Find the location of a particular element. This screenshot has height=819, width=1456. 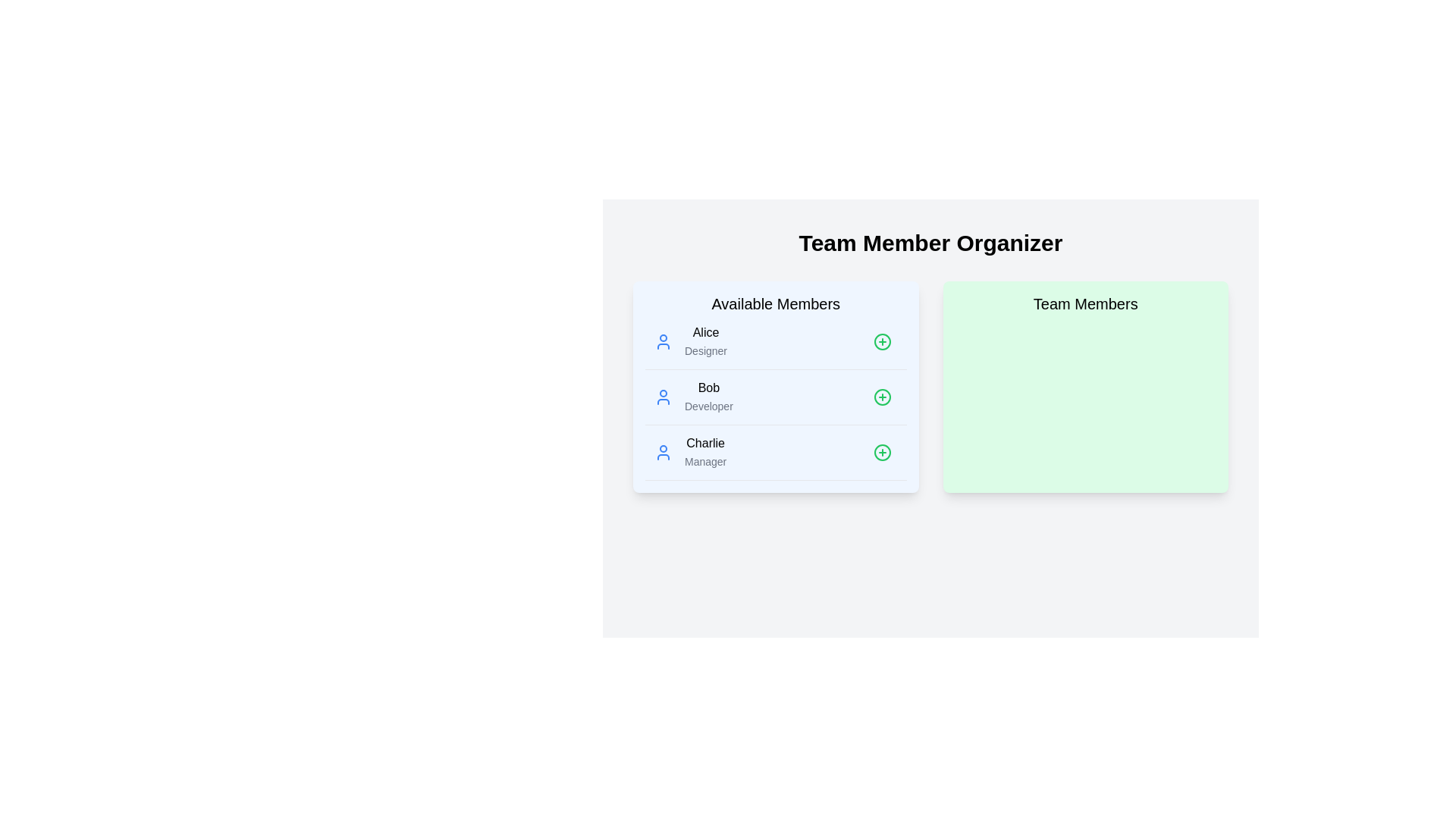

the text block displaying information about the team member 'Bob', which is located in the second row of the 'Available Members' panel is located at coordinates (708, 397).